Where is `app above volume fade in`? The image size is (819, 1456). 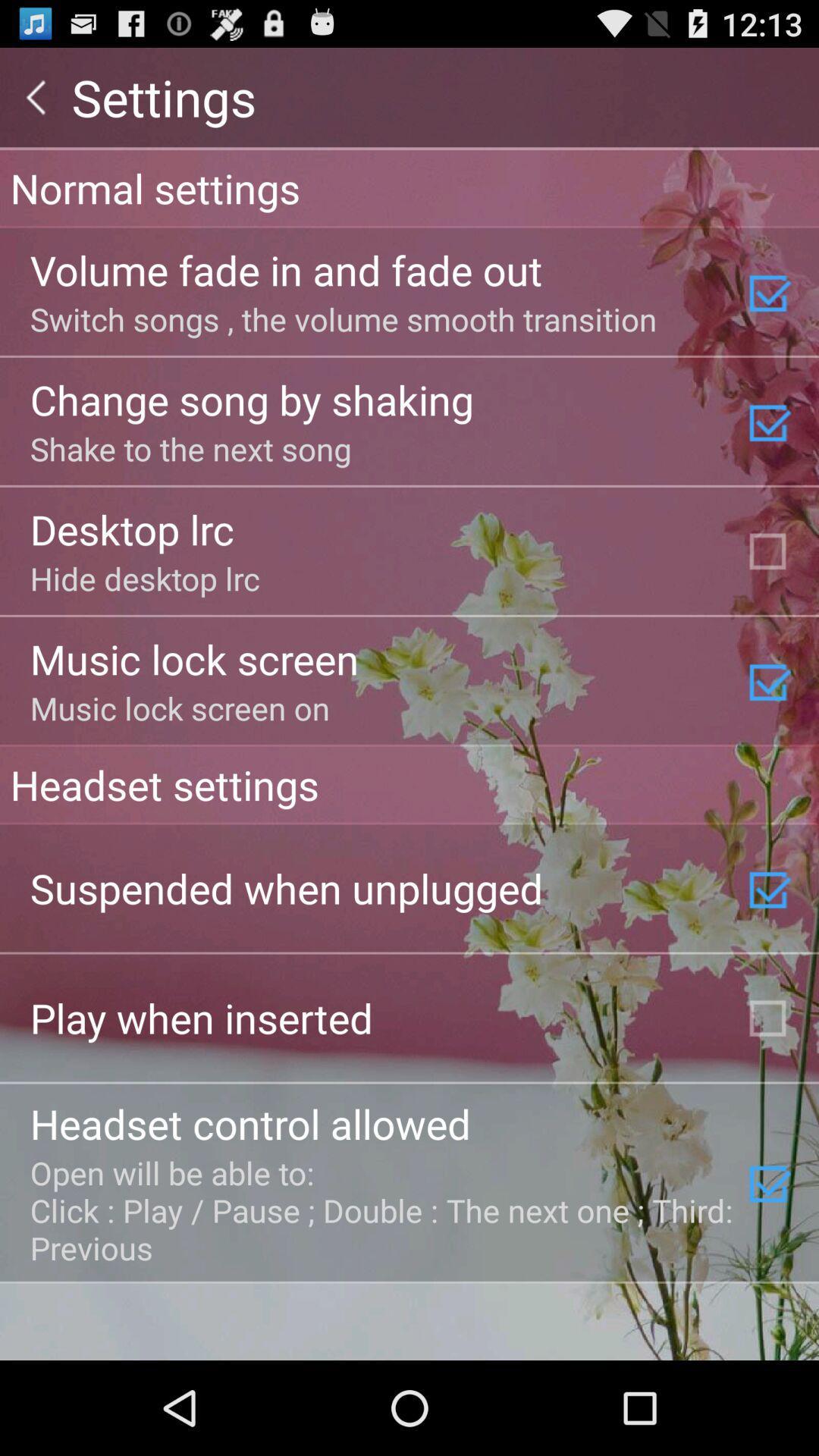
app above volume fade in is located at coordinates (409, 187).